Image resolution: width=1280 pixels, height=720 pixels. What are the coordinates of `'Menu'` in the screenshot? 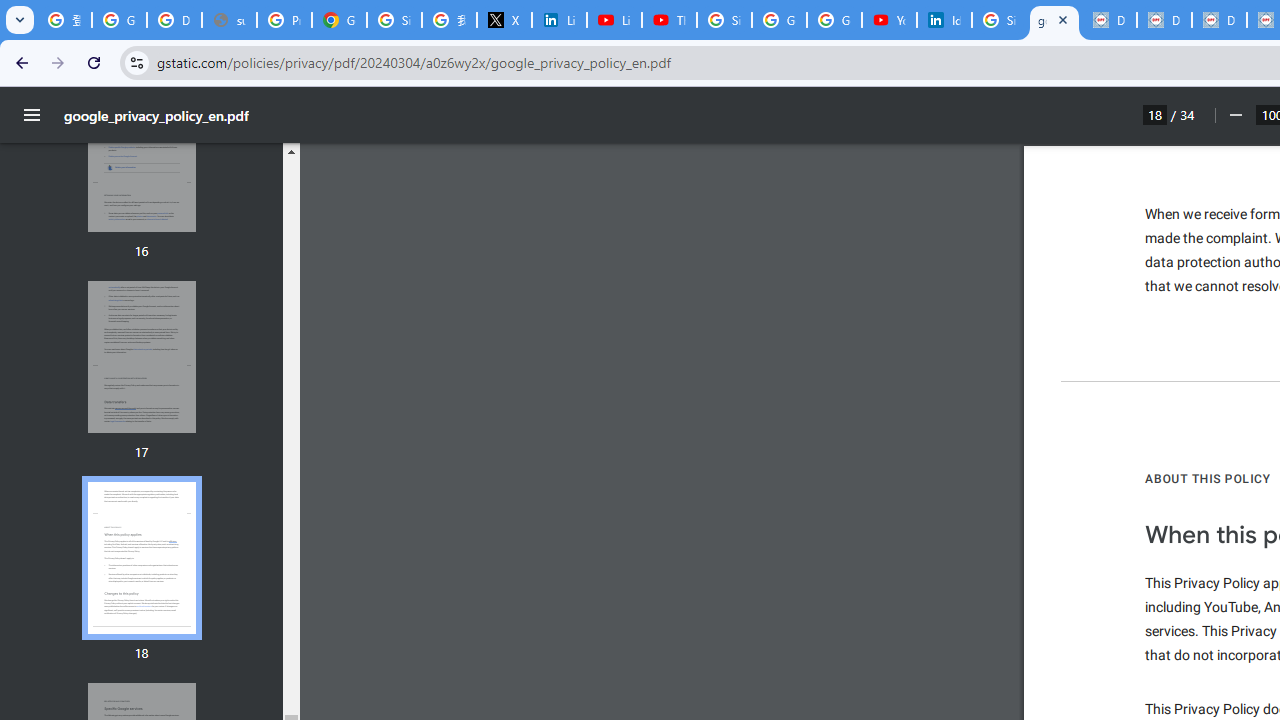 It's located at (32, 115).